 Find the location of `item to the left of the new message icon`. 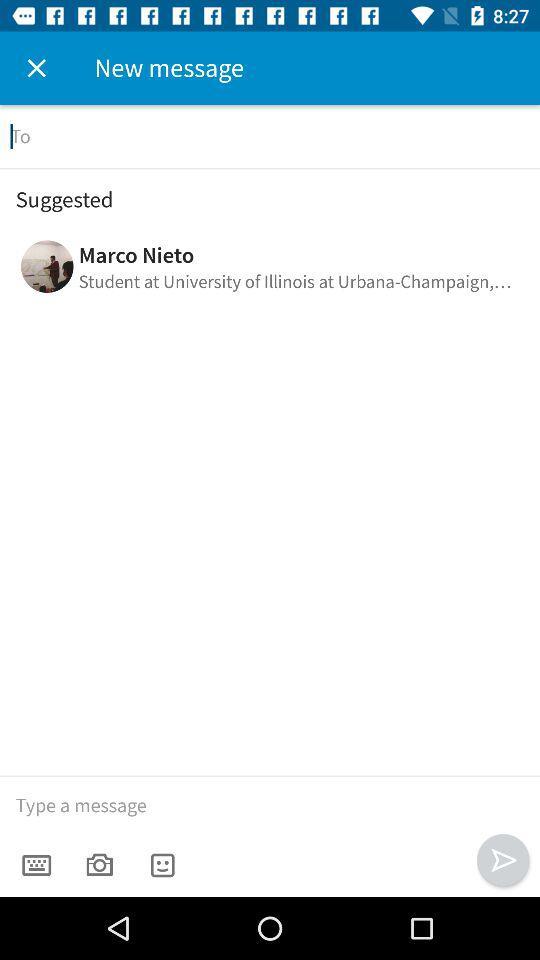

item to the left of the new message icon is located at coordinates (36, 68).